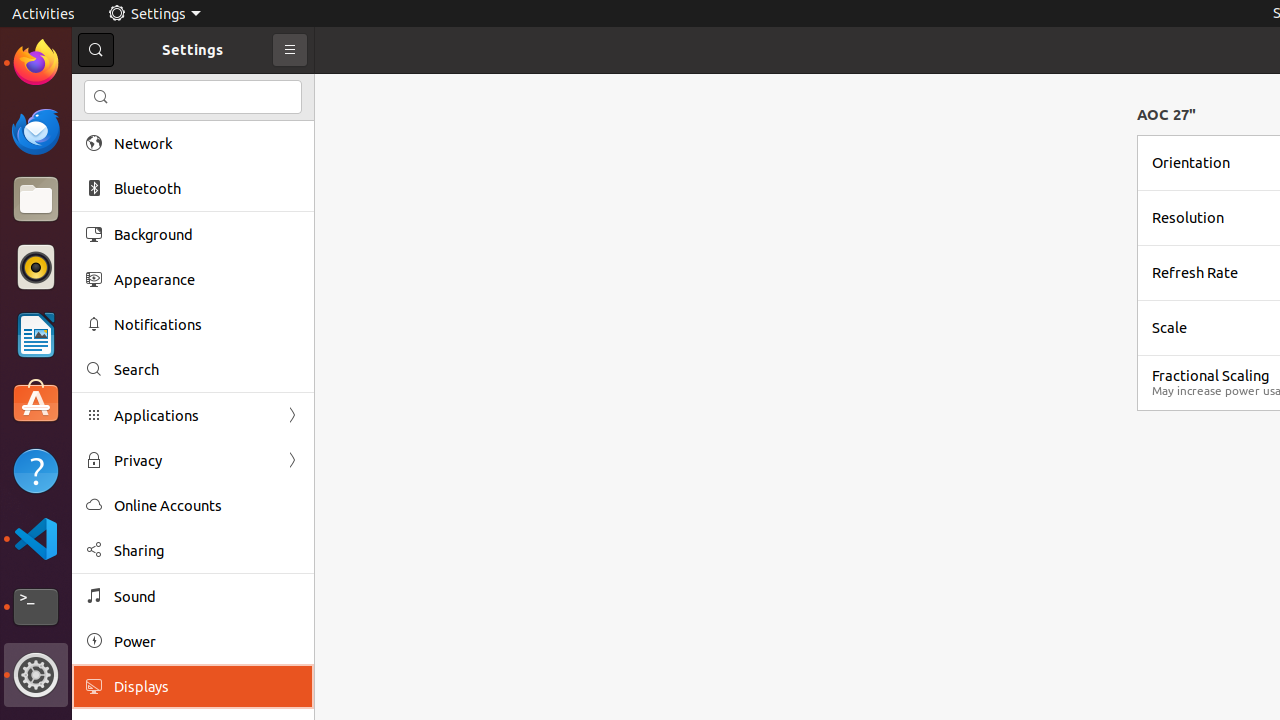 The height and width of the screenshot is (720, 1280). Describe the element at coordinates (43, 13) in the screenshot. I see `'Activities'` at that location.